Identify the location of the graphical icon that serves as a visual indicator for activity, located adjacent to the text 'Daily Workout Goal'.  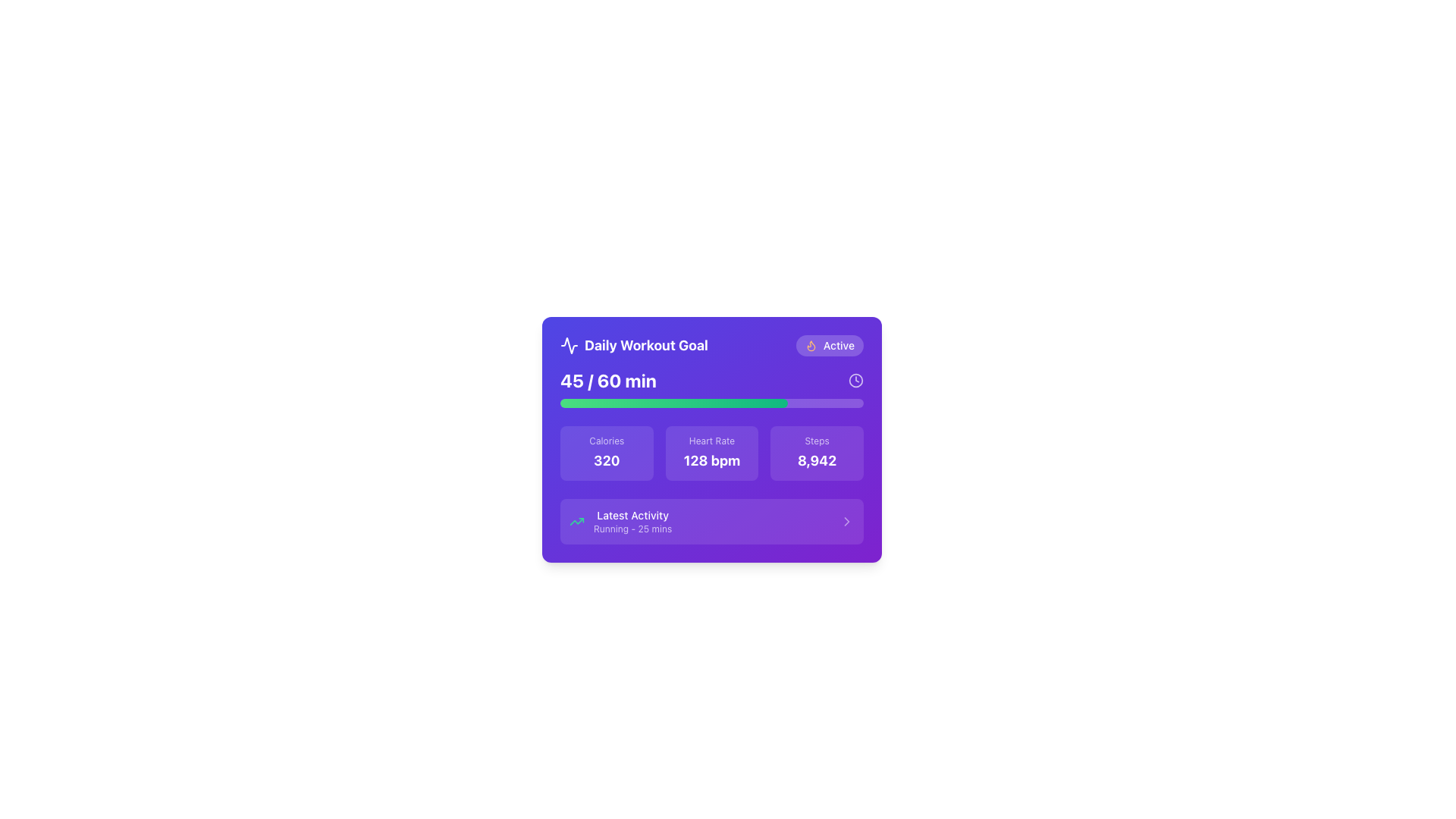
(568, 345).